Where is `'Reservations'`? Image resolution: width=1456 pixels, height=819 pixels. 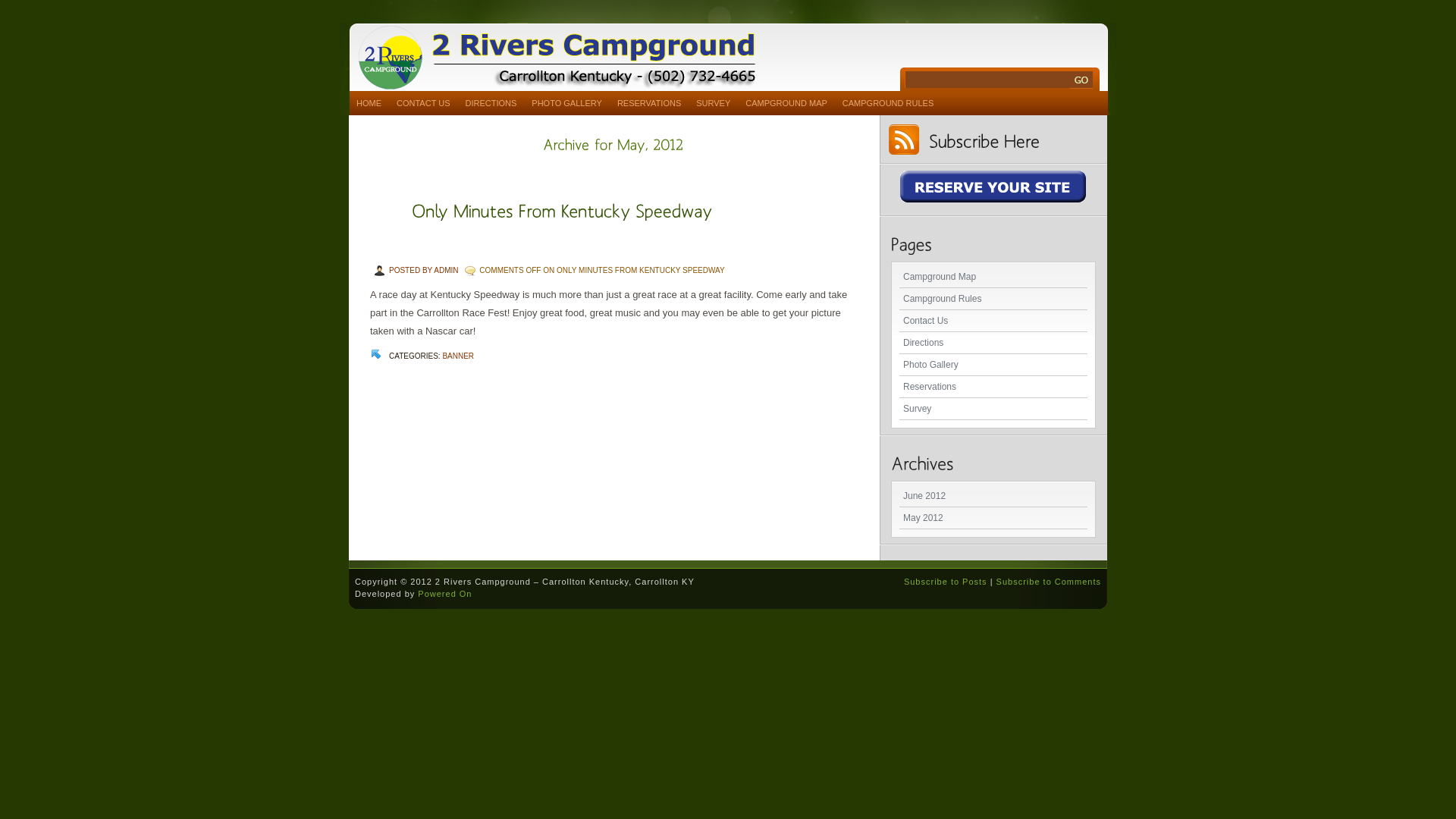
'Reservations' is located at coordinates (993, 386).